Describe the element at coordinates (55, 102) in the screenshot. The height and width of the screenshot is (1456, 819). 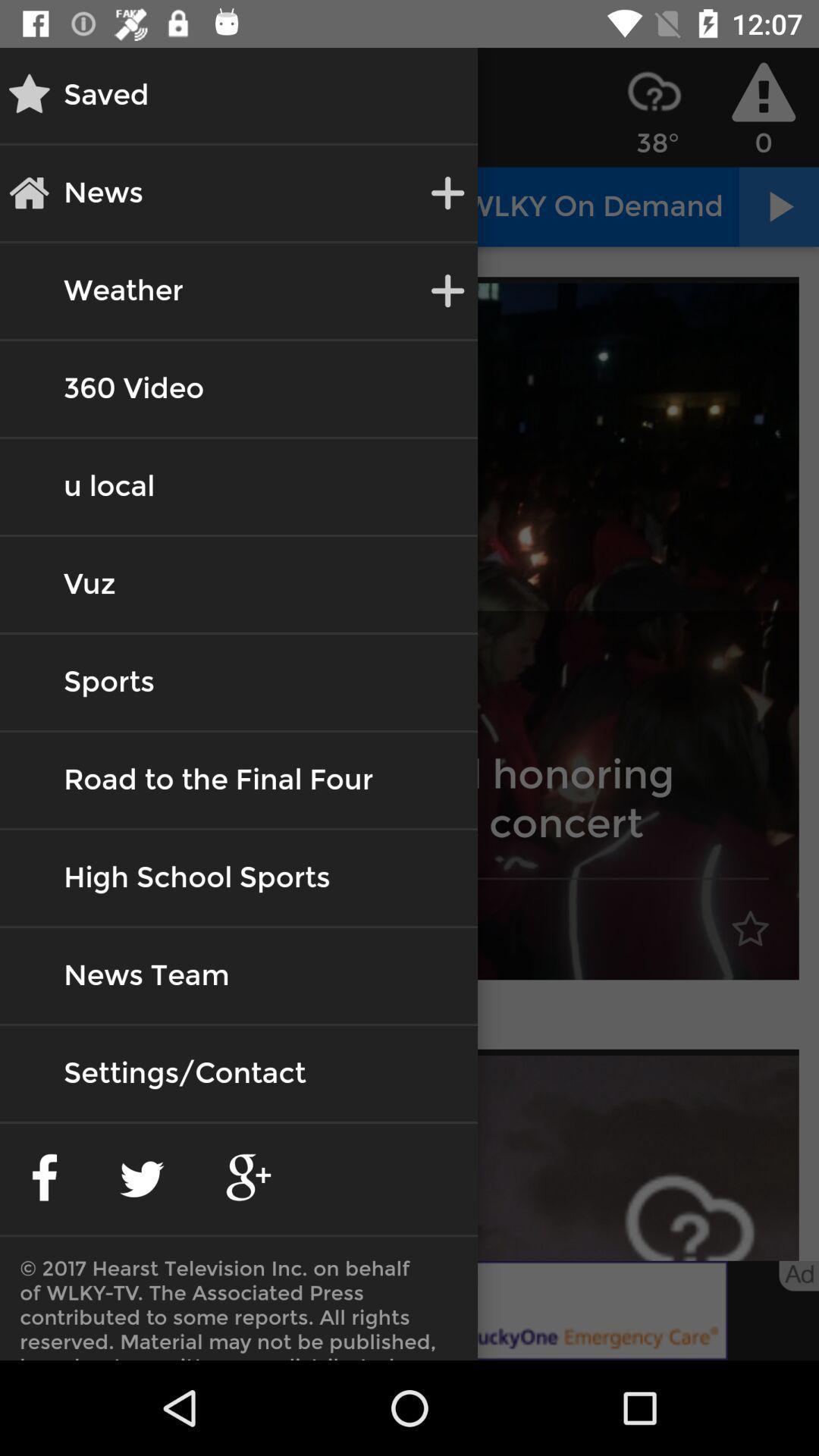
I see `the star icon` at that location.